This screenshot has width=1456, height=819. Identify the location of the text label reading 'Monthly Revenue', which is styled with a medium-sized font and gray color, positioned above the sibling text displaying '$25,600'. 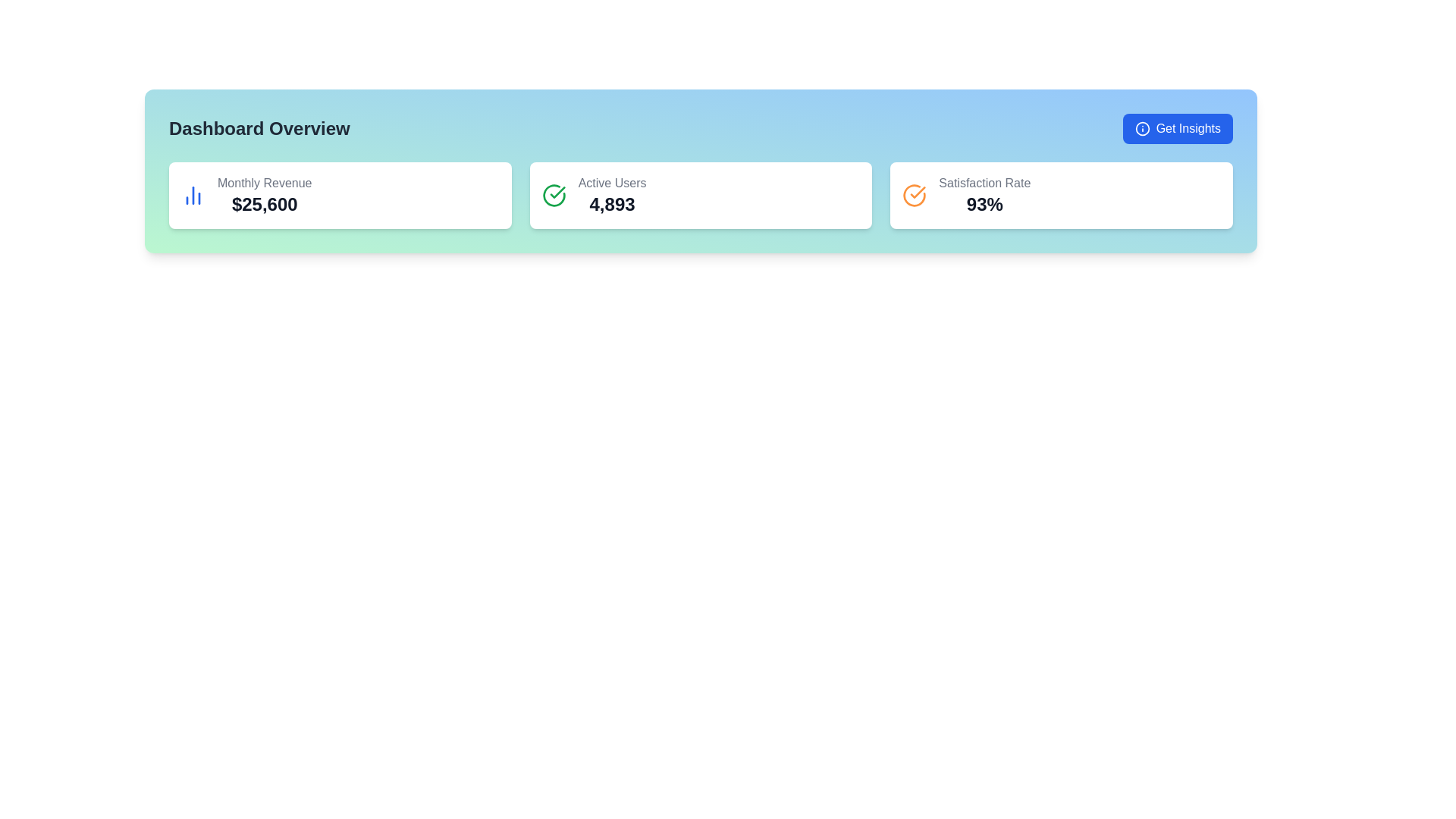
(265, 183).